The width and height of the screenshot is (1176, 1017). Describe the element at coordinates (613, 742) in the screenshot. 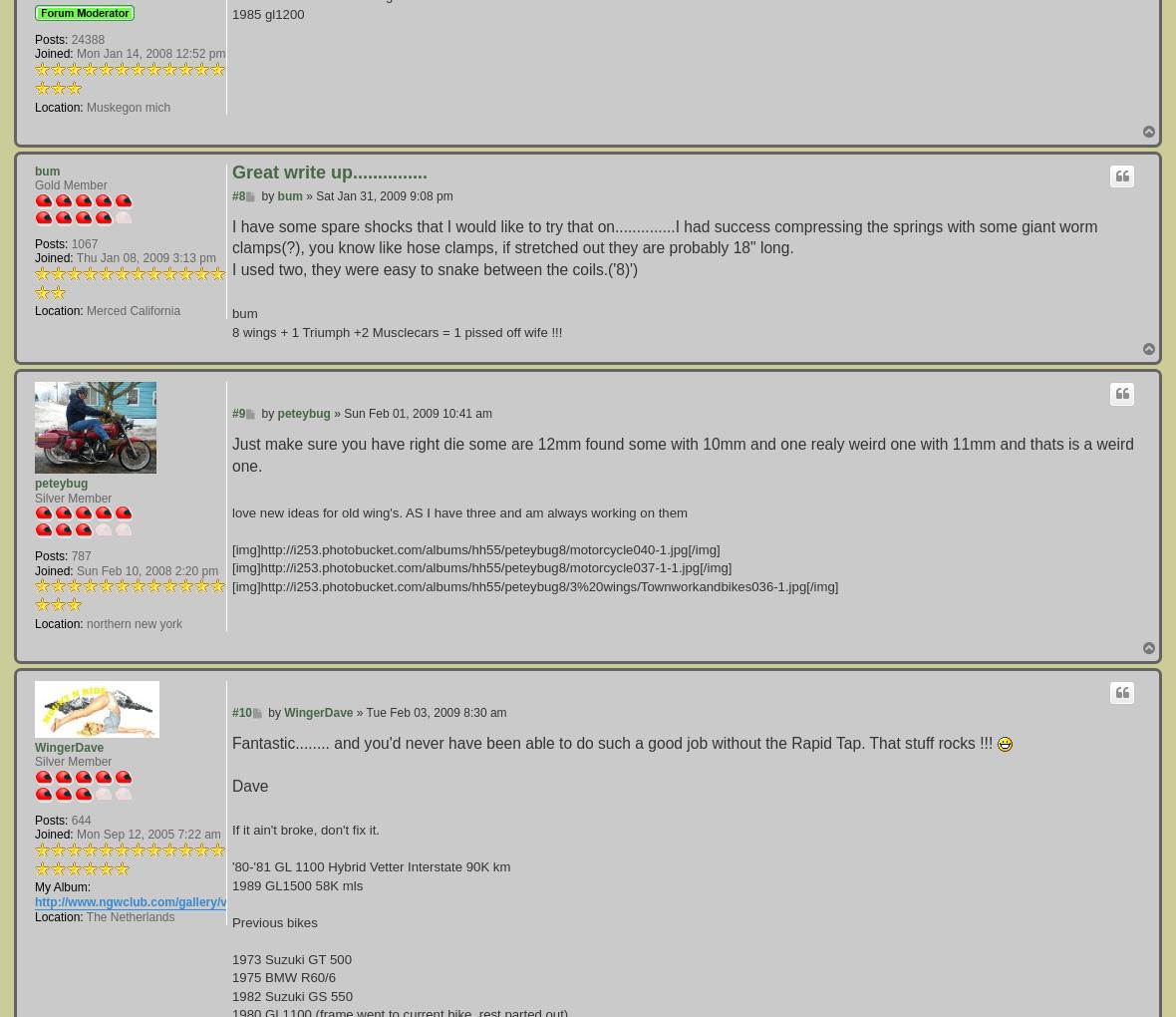

I see `'Fantastic........ and you'd never have been able to do such a good job without the Rapid Tap. That stuff rocks !!!'` at that location.